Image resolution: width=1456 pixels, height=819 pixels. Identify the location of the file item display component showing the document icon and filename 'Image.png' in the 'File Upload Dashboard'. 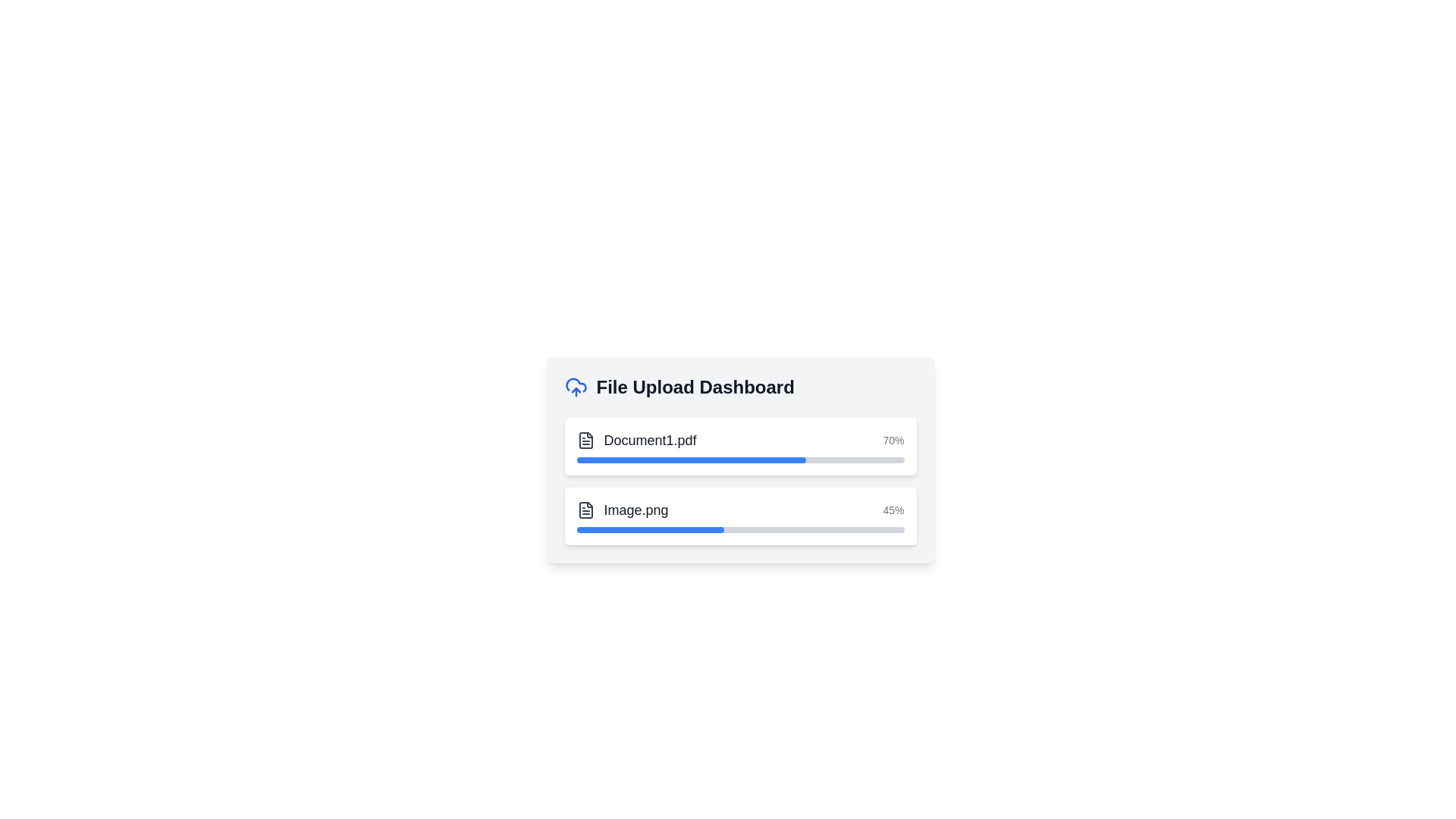
(622, 510).